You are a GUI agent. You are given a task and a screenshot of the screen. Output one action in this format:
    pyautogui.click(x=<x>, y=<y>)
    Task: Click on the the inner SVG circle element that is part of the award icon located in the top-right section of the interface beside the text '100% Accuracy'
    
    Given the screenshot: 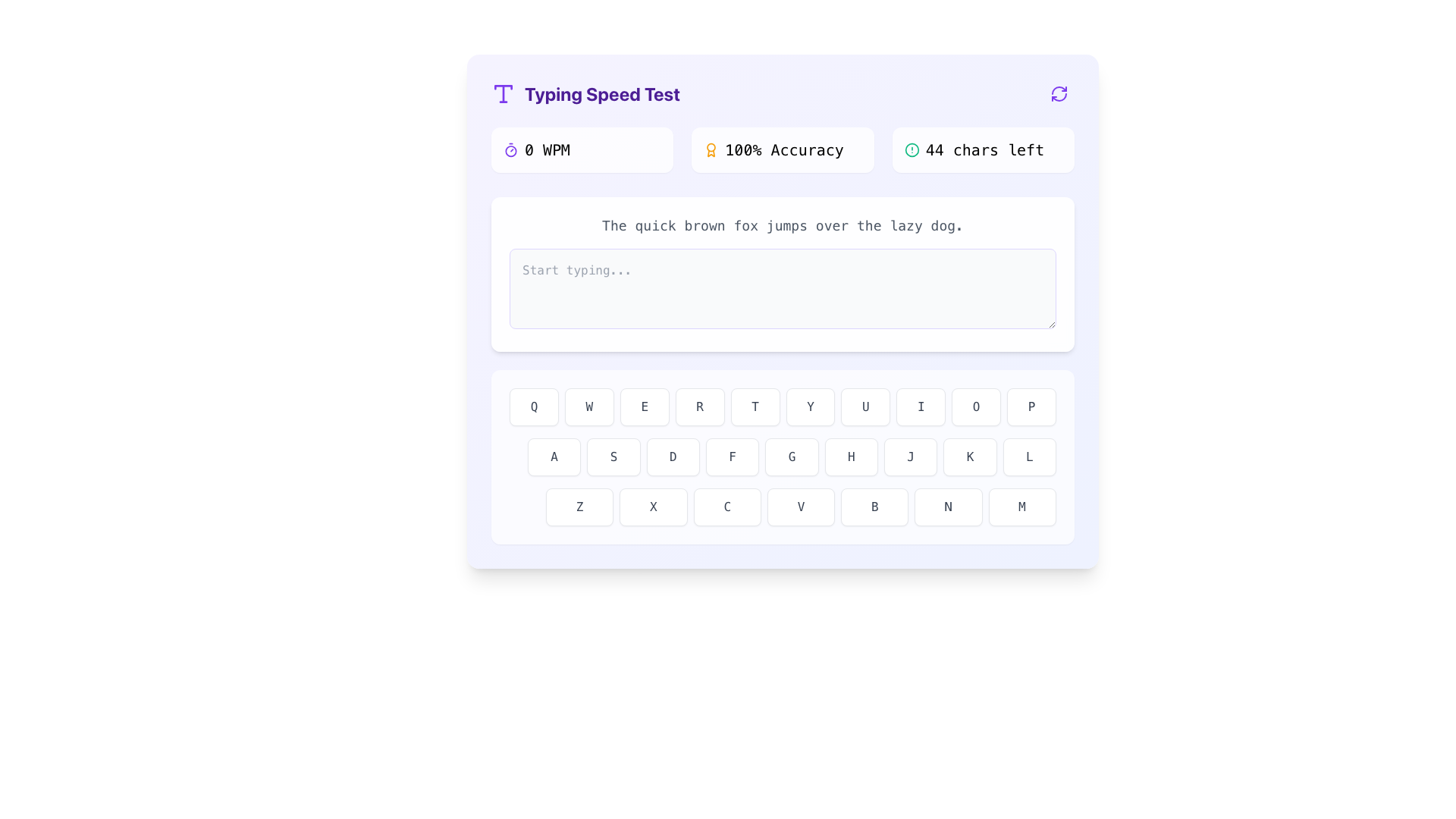 What is the action you would take?
    pyautogui.click(x=711, y=147)
    